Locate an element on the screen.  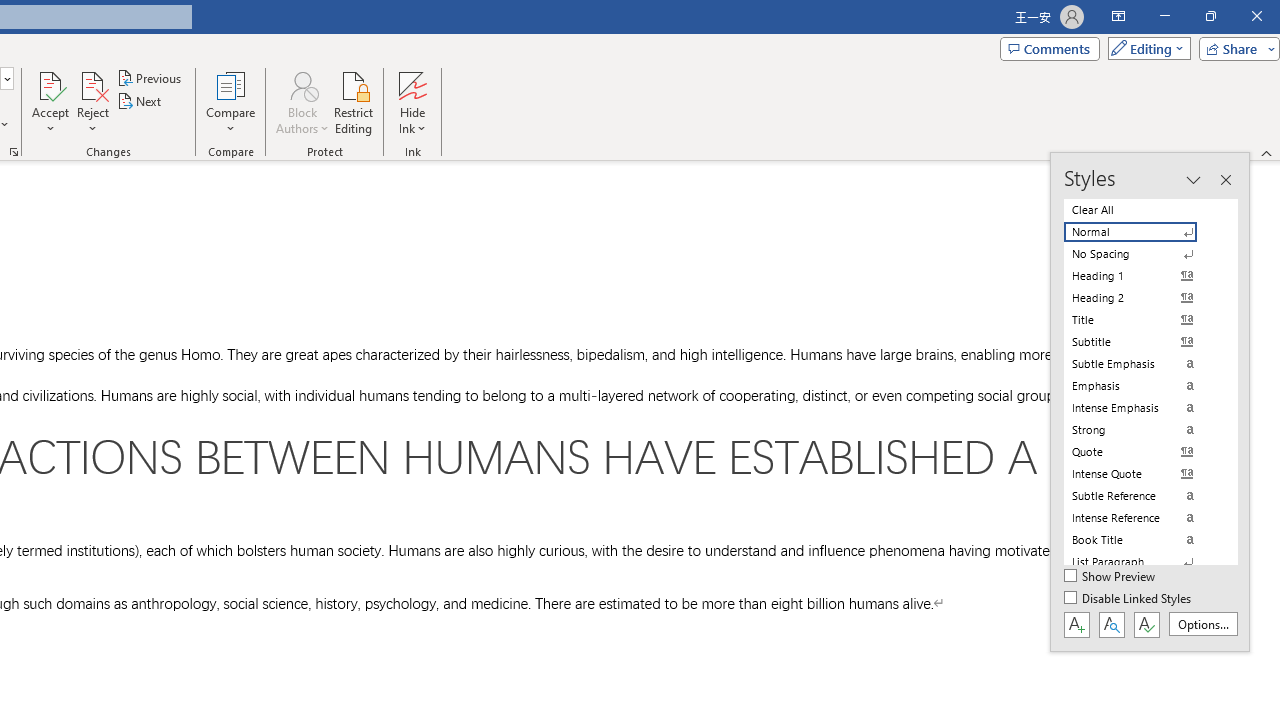
'Heading 2' is located at coordinates (1142, 298).